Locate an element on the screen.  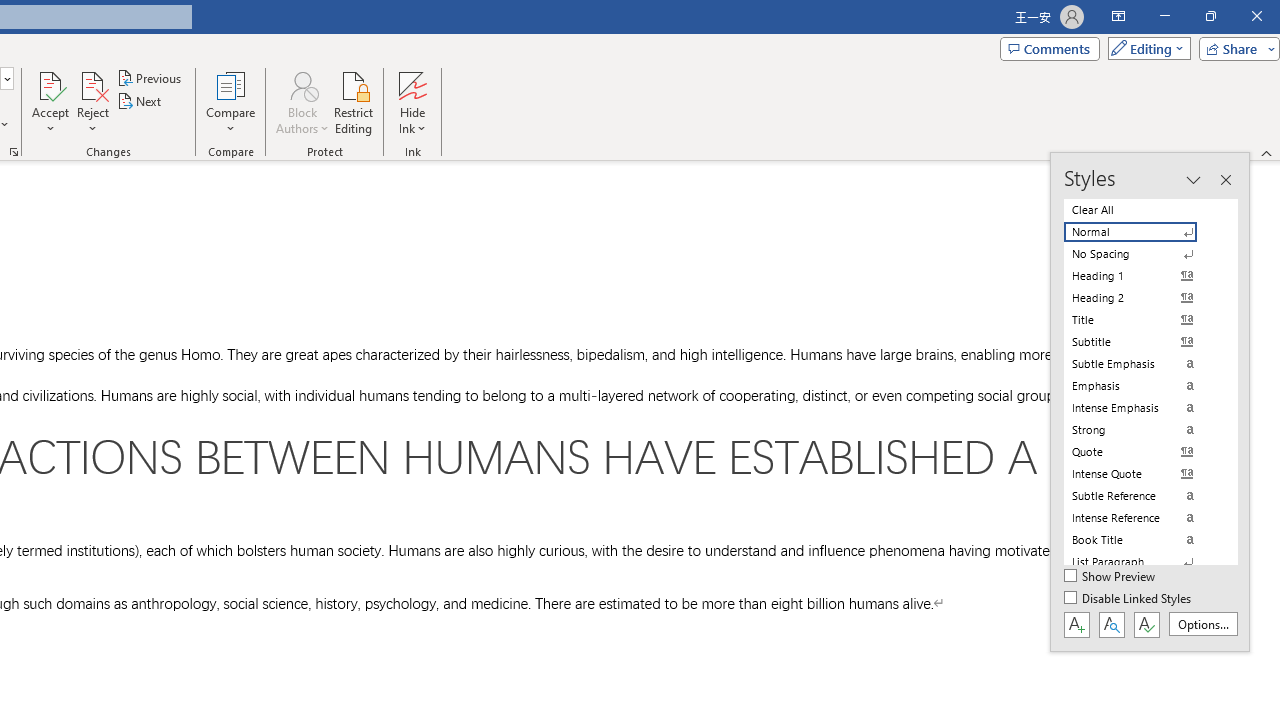
'Heading 2' is located at coordinates (1142, 298).